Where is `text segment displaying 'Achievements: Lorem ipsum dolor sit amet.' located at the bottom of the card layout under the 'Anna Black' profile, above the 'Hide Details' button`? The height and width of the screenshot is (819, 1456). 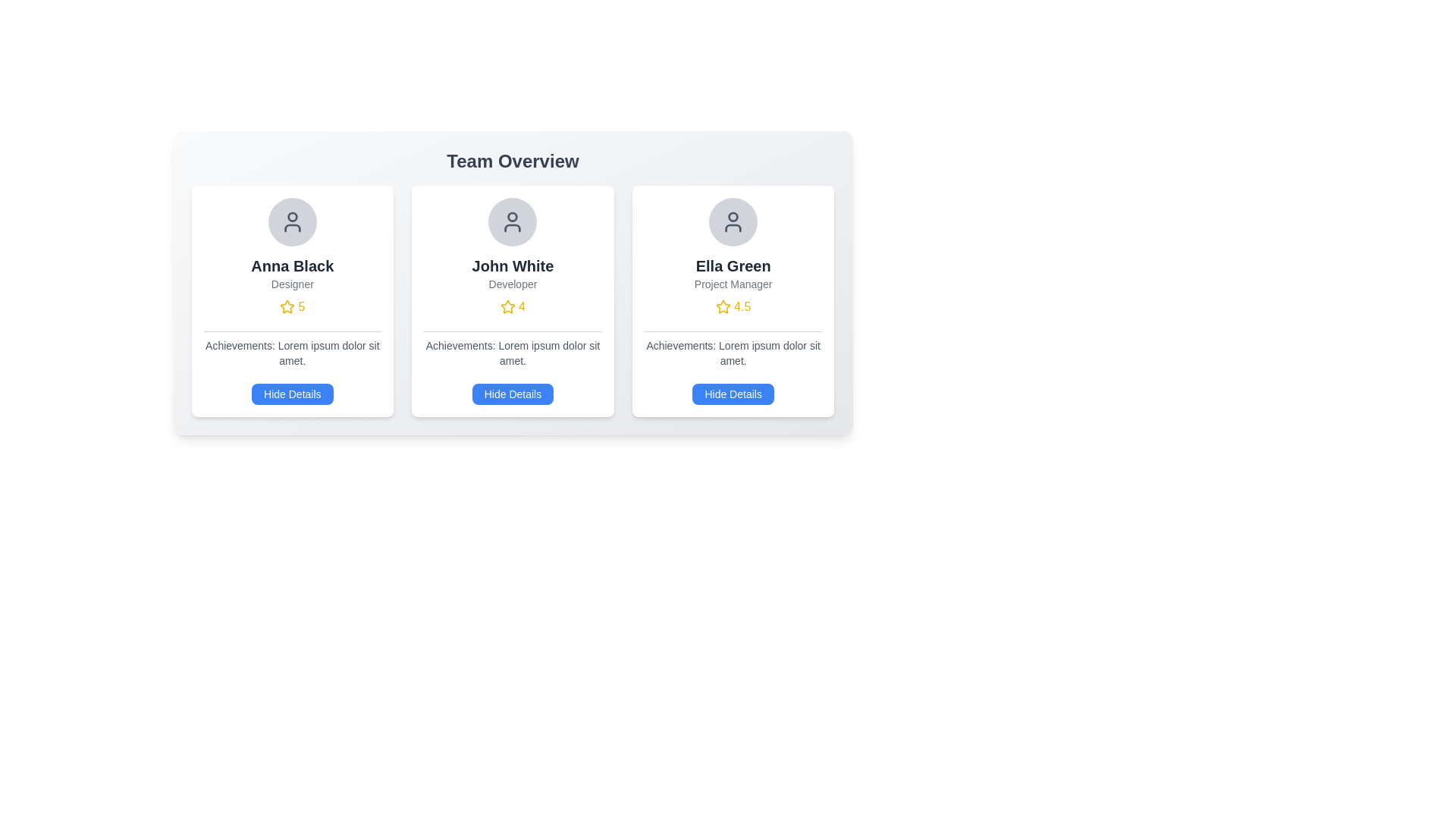
text segment displaying 'Achievements: Lorem ipsum dolor sit amet.' located at the bottom of the card layout under the 'Anna Black' profile, above the 'Hide Details' button is located at coordinates (292, 353).